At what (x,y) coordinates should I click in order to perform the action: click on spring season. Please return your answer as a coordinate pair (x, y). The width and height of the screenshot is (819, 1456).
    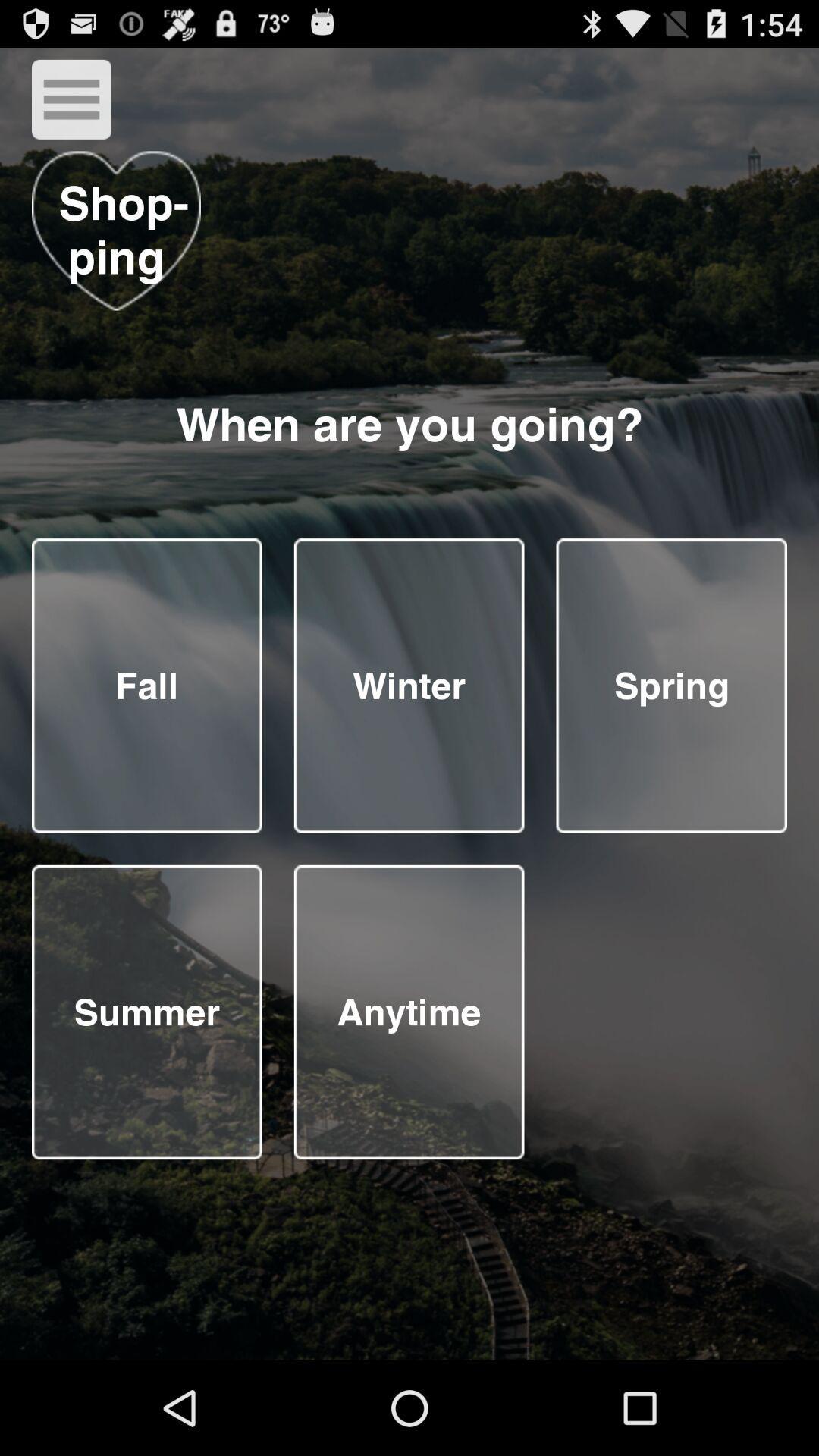
    Looking at the image, I should click on (670, 685).